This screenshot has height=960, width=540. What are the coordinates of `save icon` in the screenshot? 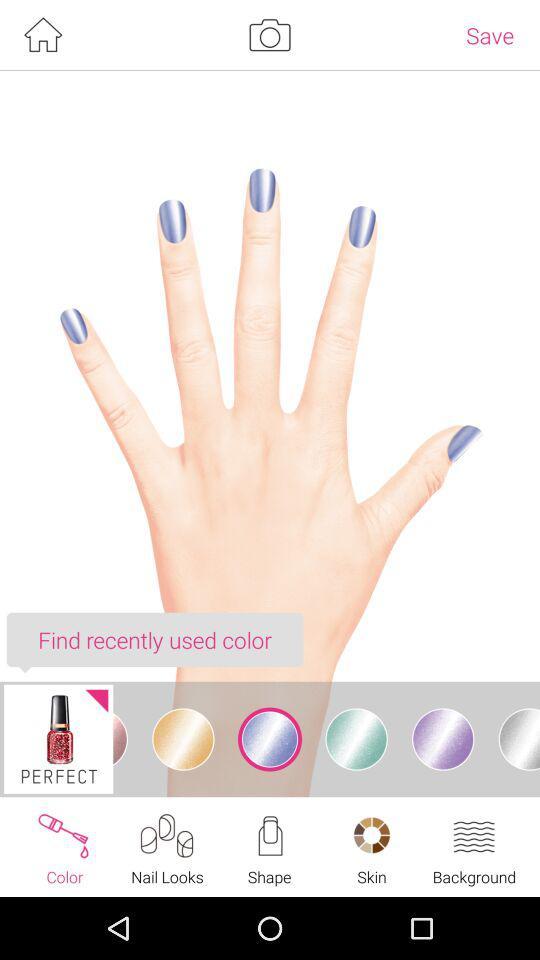 It's located at (489, 34).